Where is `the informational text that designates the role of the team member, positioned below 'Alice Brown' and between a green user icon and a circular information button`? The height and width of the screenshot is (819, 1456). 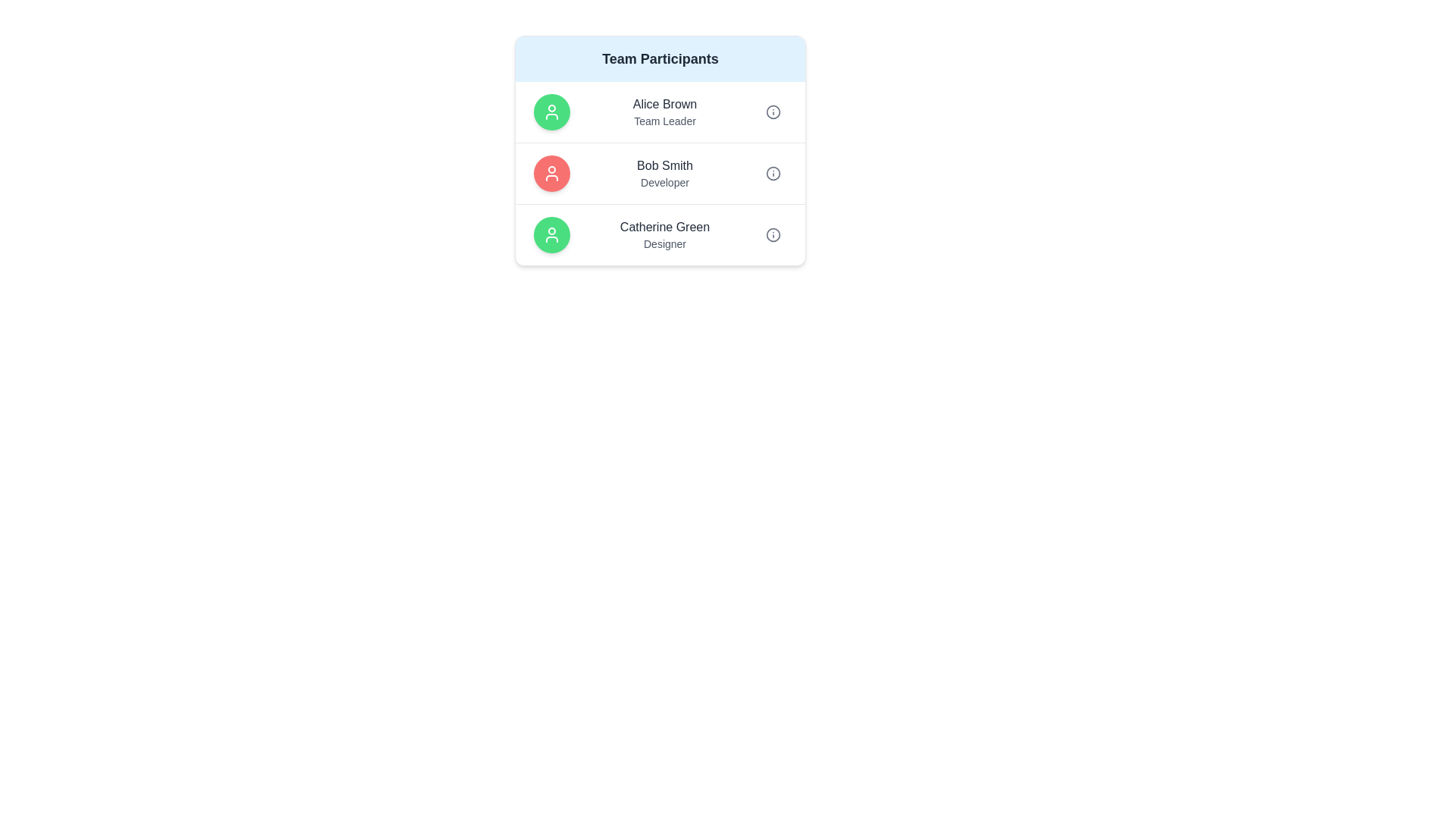 the informational text that designates the role of the team member, positioned below 'Alice Brown' and between a green user icon and a circular information button is located at coordinates (665, 120).